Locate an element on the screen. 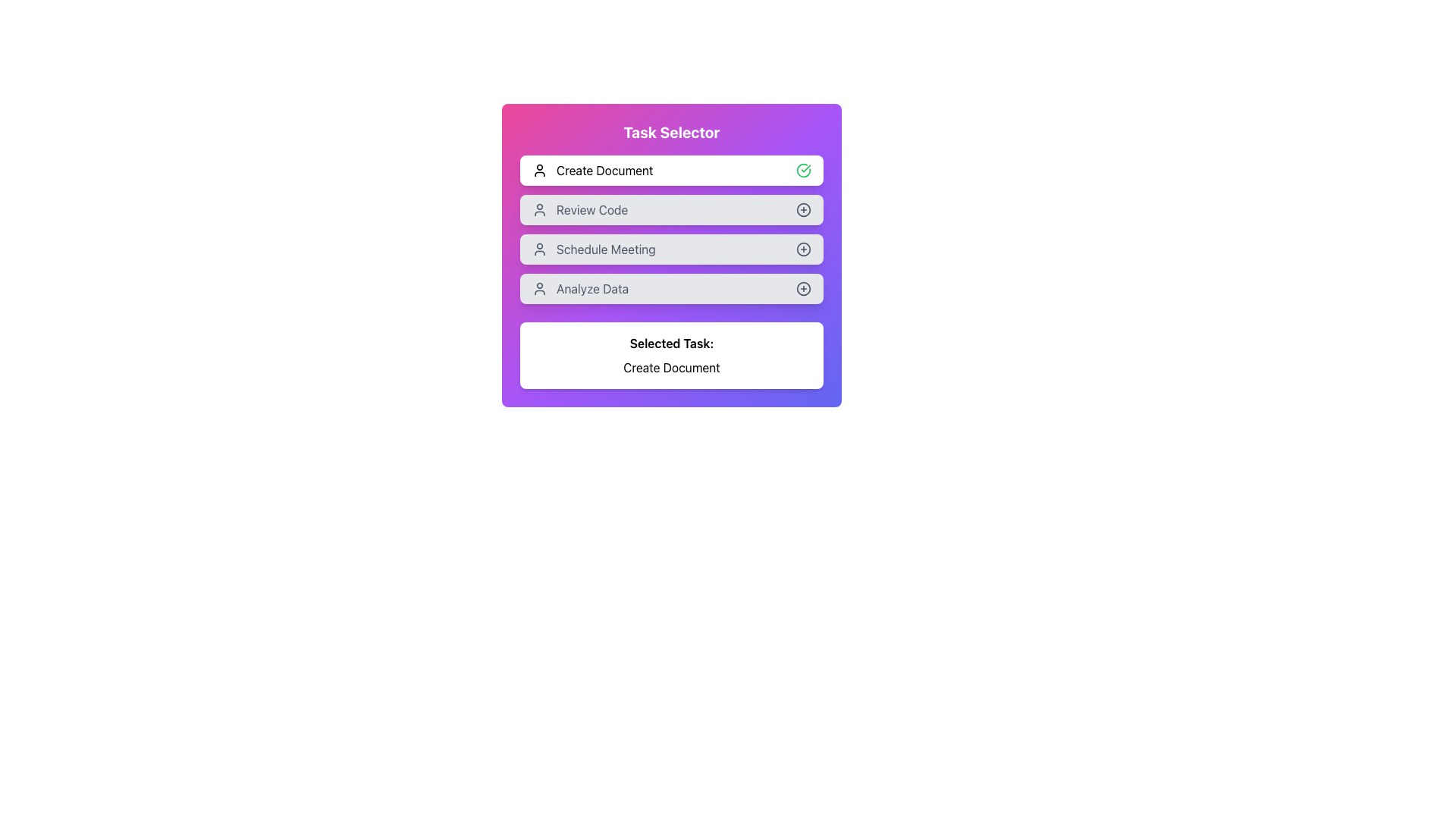 The image size is (1456, 819). the green circular icon with a check mark that indicates success or confirmation, located to the right of the 'Create Document' button is located at coordinates (803, 170).